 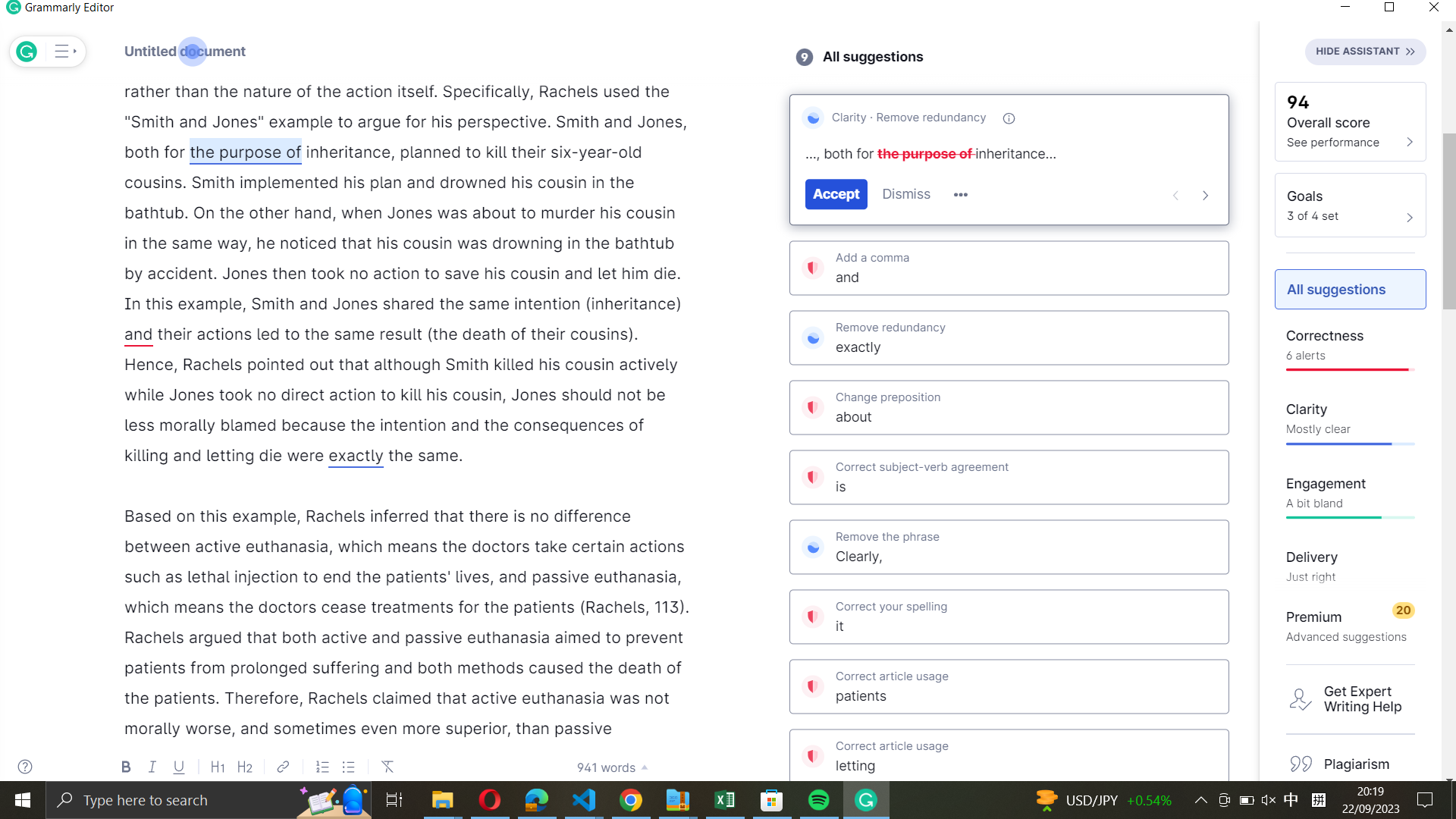 I want to click on Accept Grammarly"s suggestion with correct subject-verb agreement, so click(x=1008, y=478).